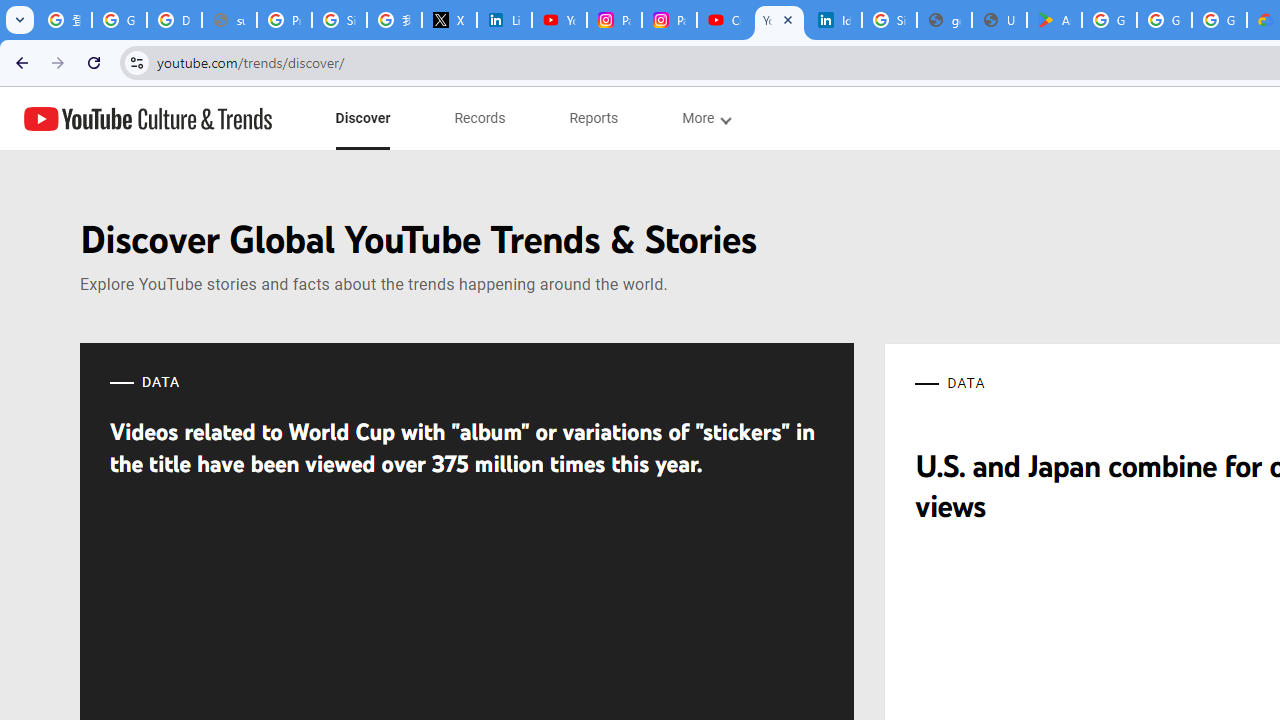 This screenshot has height=720, width=1280. I want to click on 'JUMP TO CONTENT', so click(209, 119).